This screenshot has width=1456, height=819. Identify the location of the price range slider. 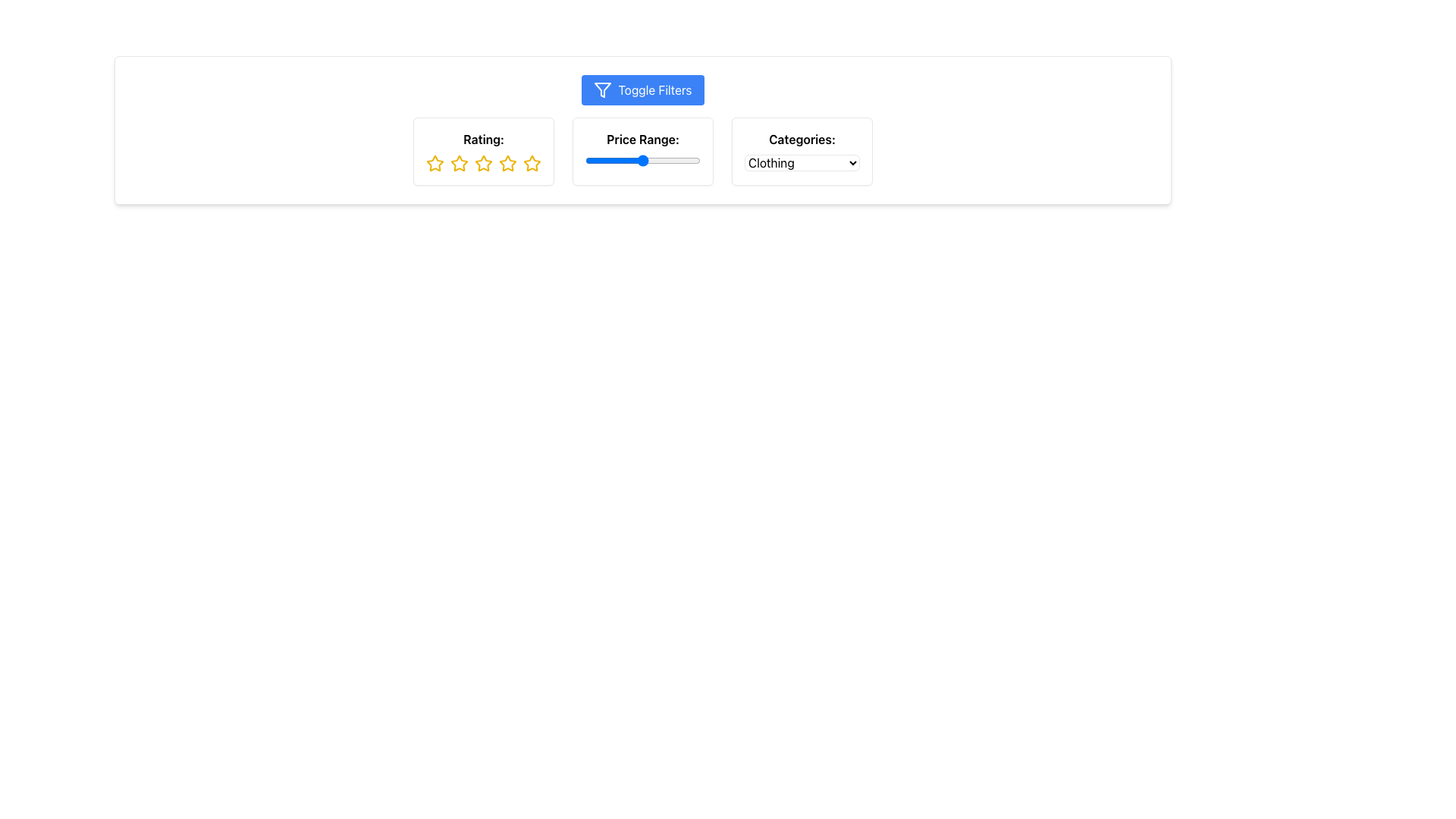
(673, 161).